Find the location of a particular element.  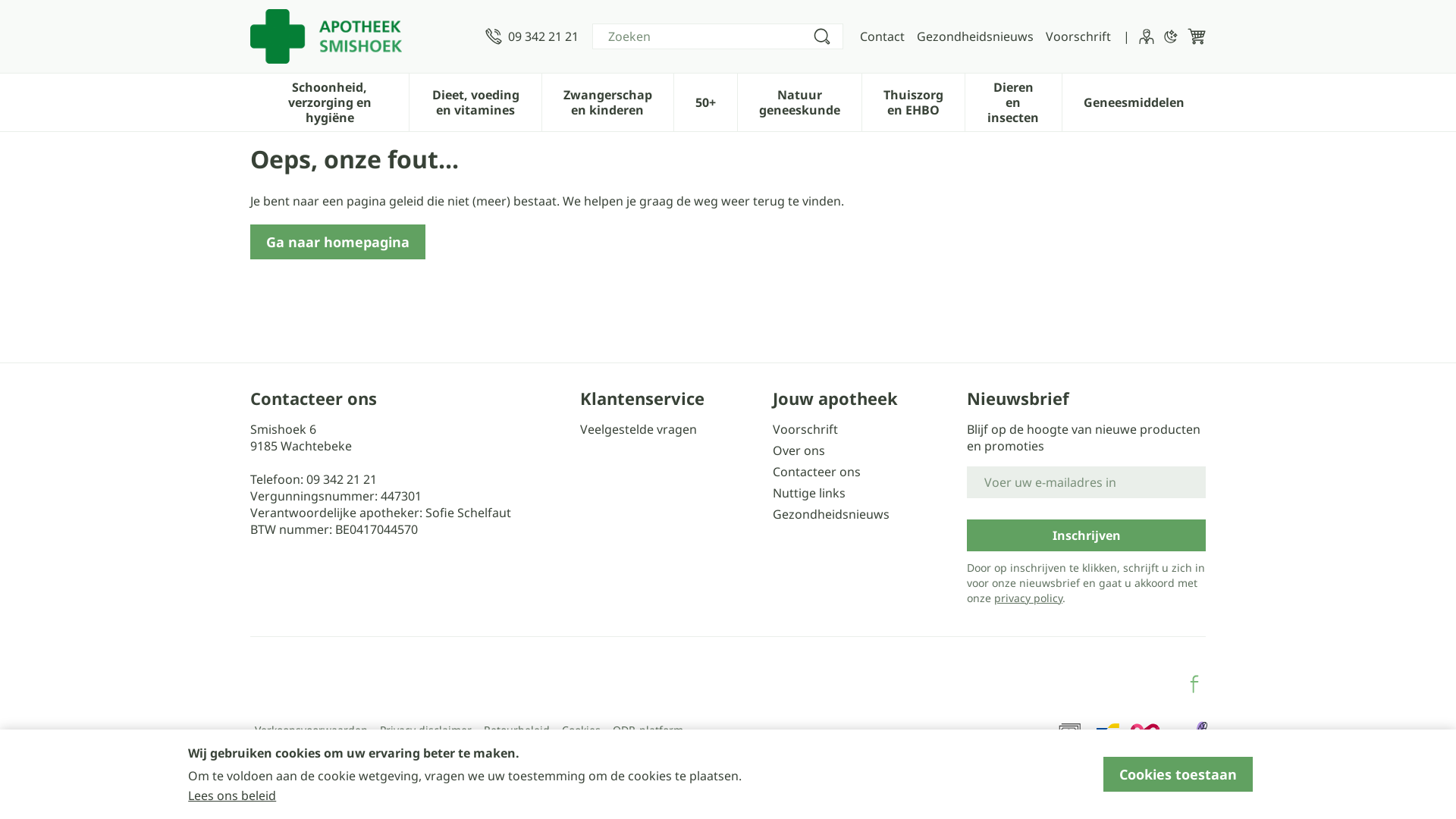

'ODR-platform' is located at coordinates (648, 730).